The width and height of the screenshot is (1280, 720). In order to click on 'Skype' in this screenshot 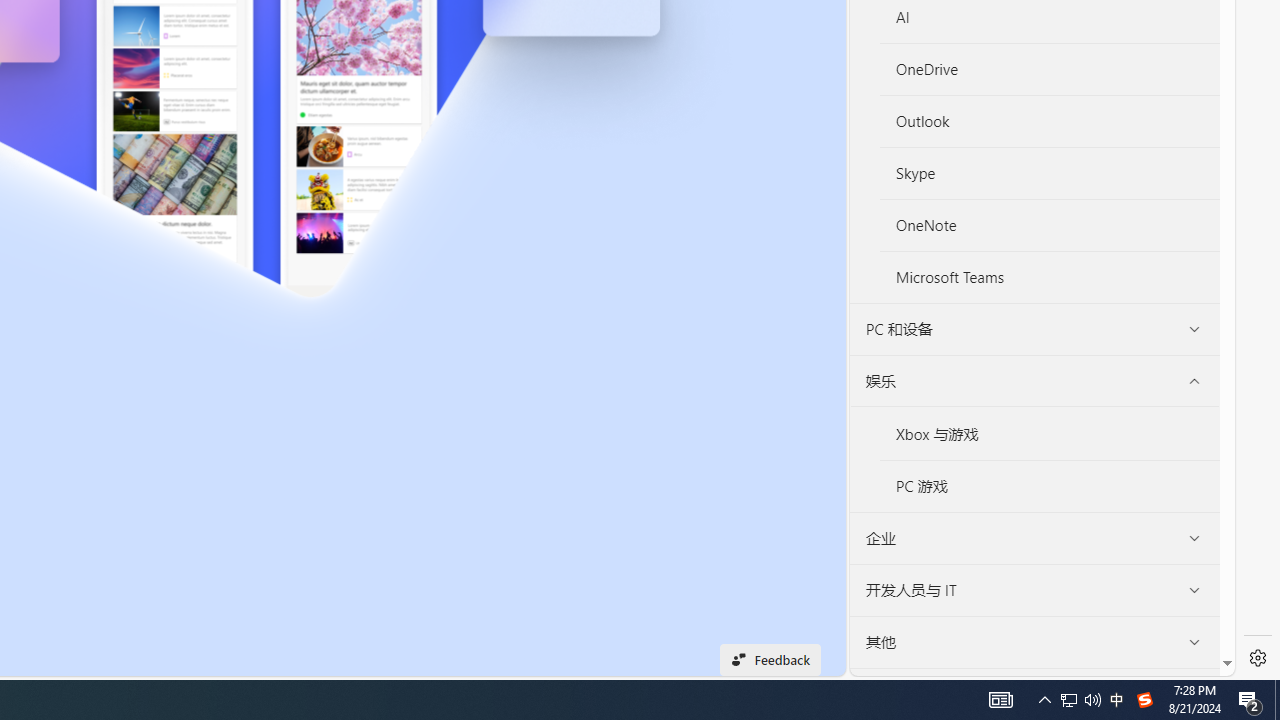, I will do `click(1049, 173)`.